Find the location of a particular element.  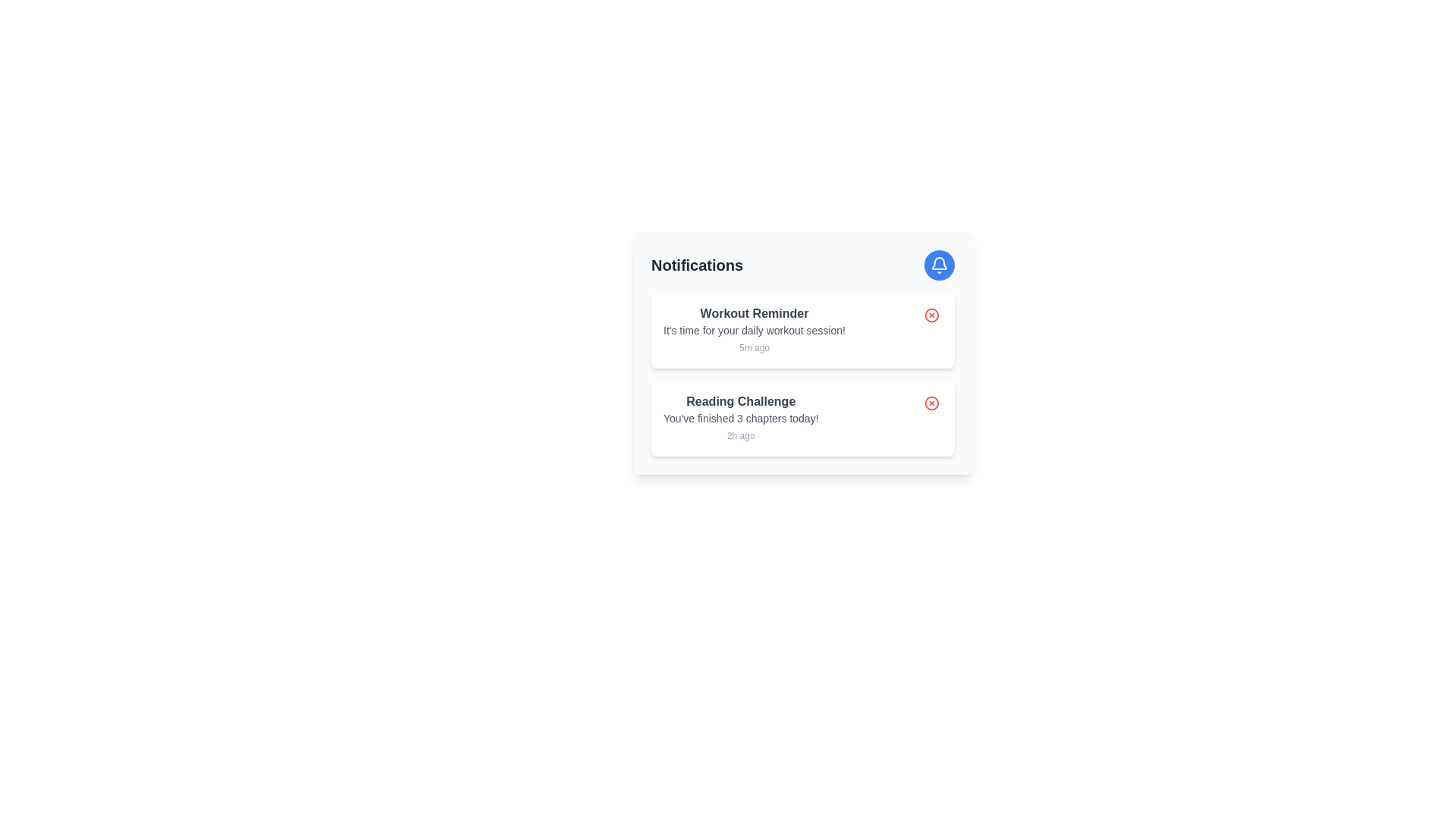

displayed notification information in the second notification card about the reading challenge progress, which shows details of 3 chapters completed and a timestamp of 2 hours ago is located at coordinates (741, 418).